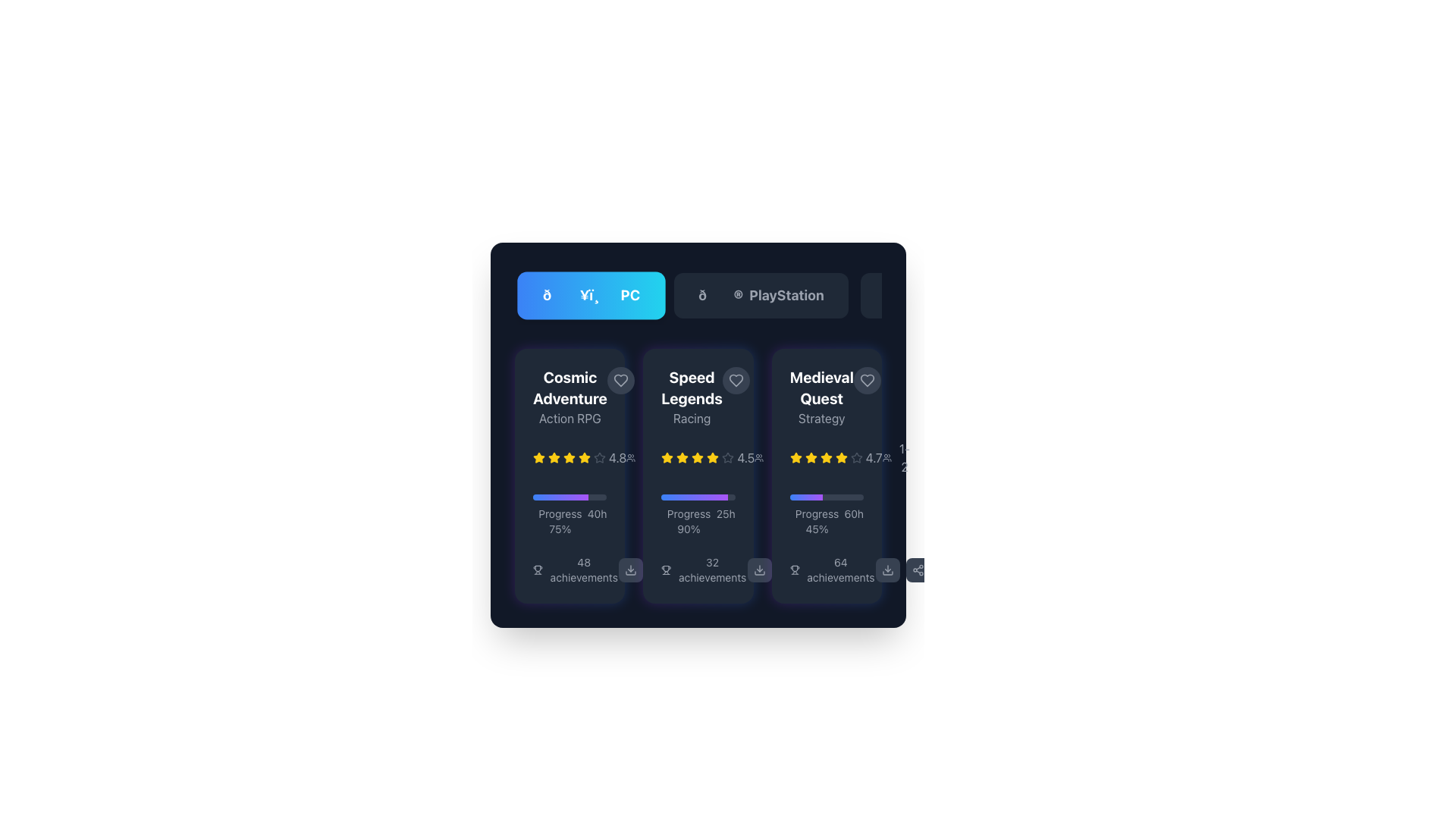 The image size is (1456, 819). What do you see at coordinates (620, 379) in the screenshot?
I see `the heart-shaped SVG icon located at the top-right section of the 'Cosmic Adventure' game card` at bounding box center [620, 379].